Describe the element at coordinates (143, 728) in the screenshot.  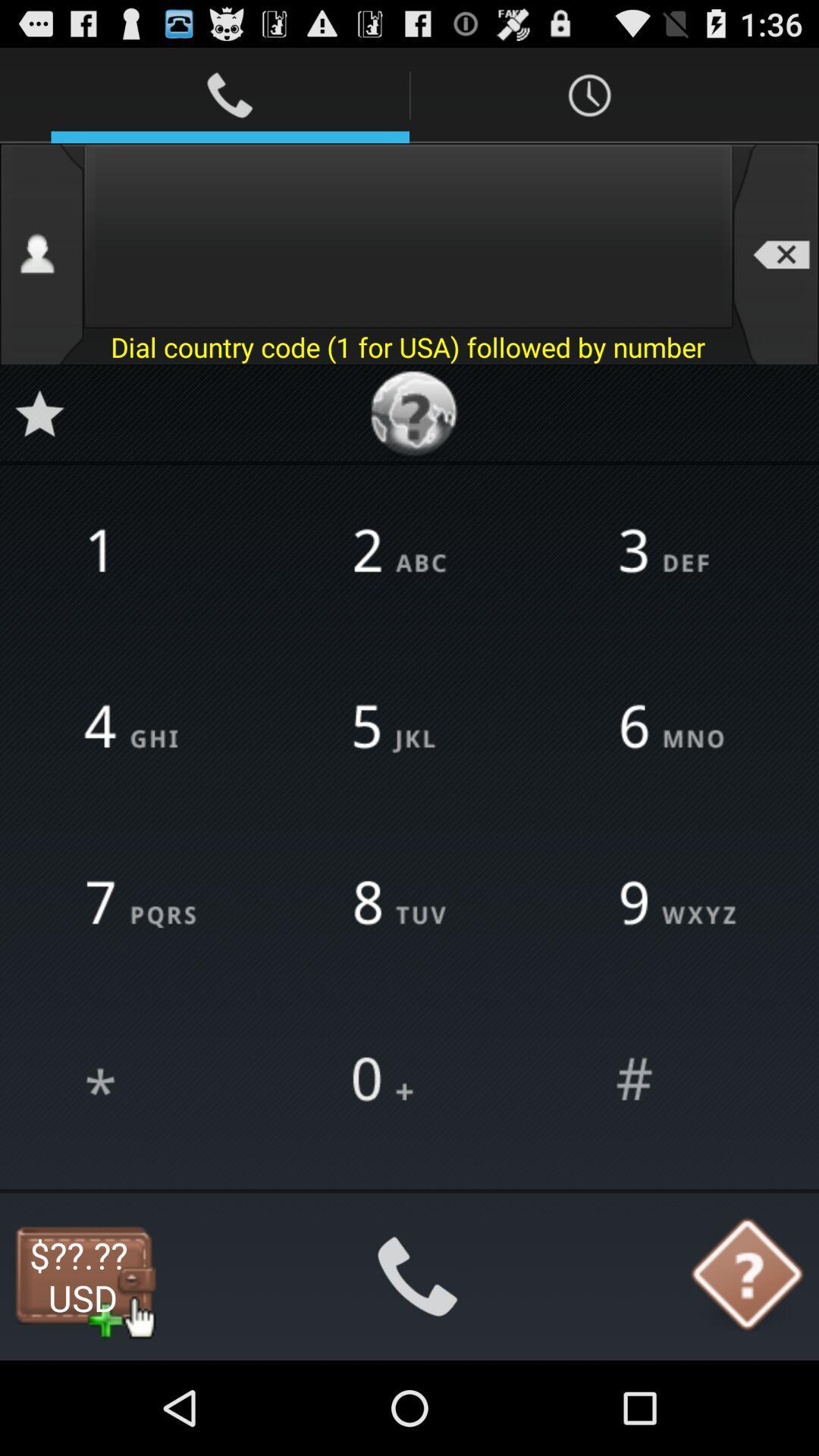
I see `the button which on left to 5jkl` at that location.